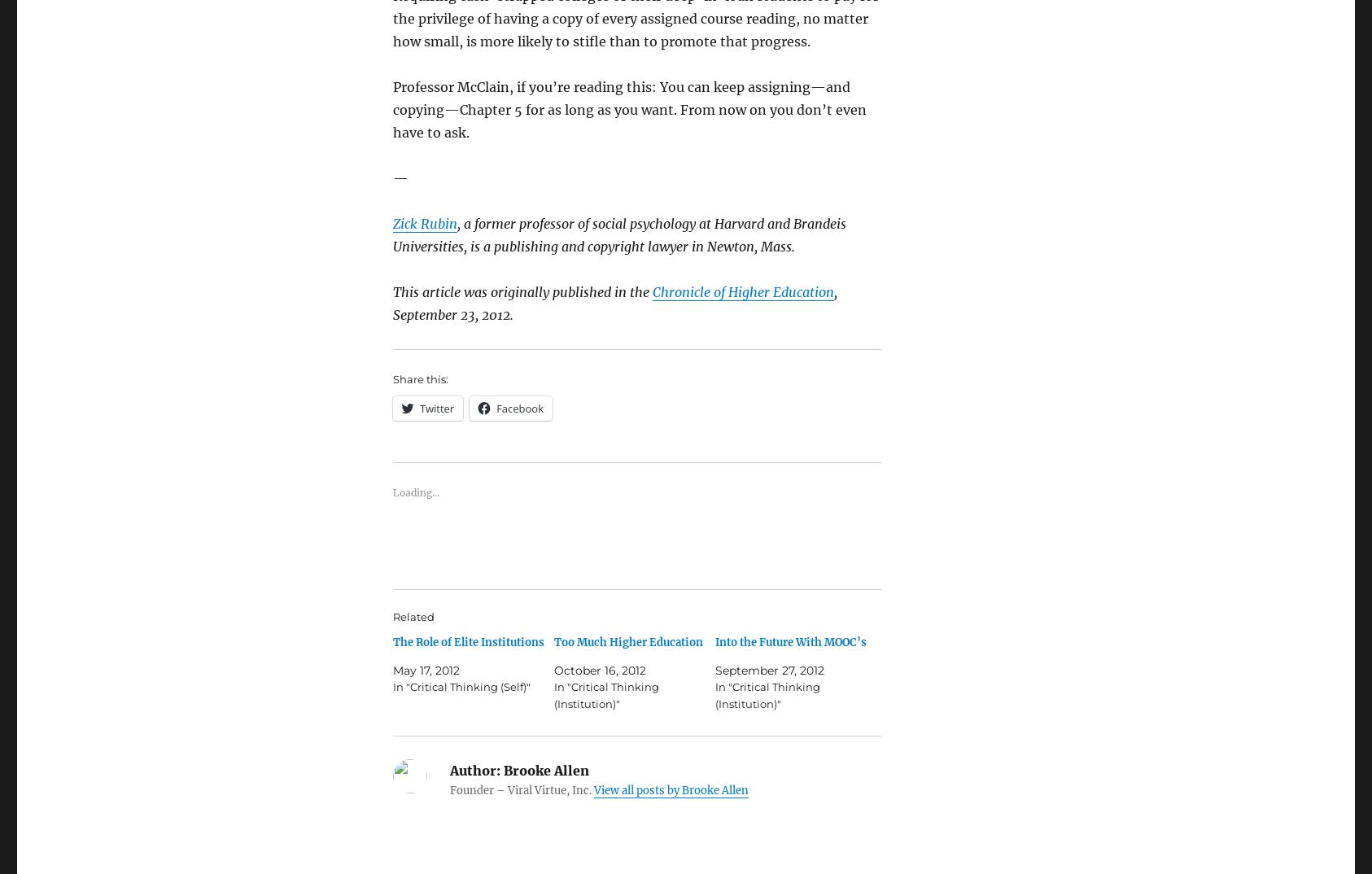 This screenshot has height=874, width=1372. Describe the element at coordinates (474, 769) in the screenshot. I see `'Author:'` at that location.